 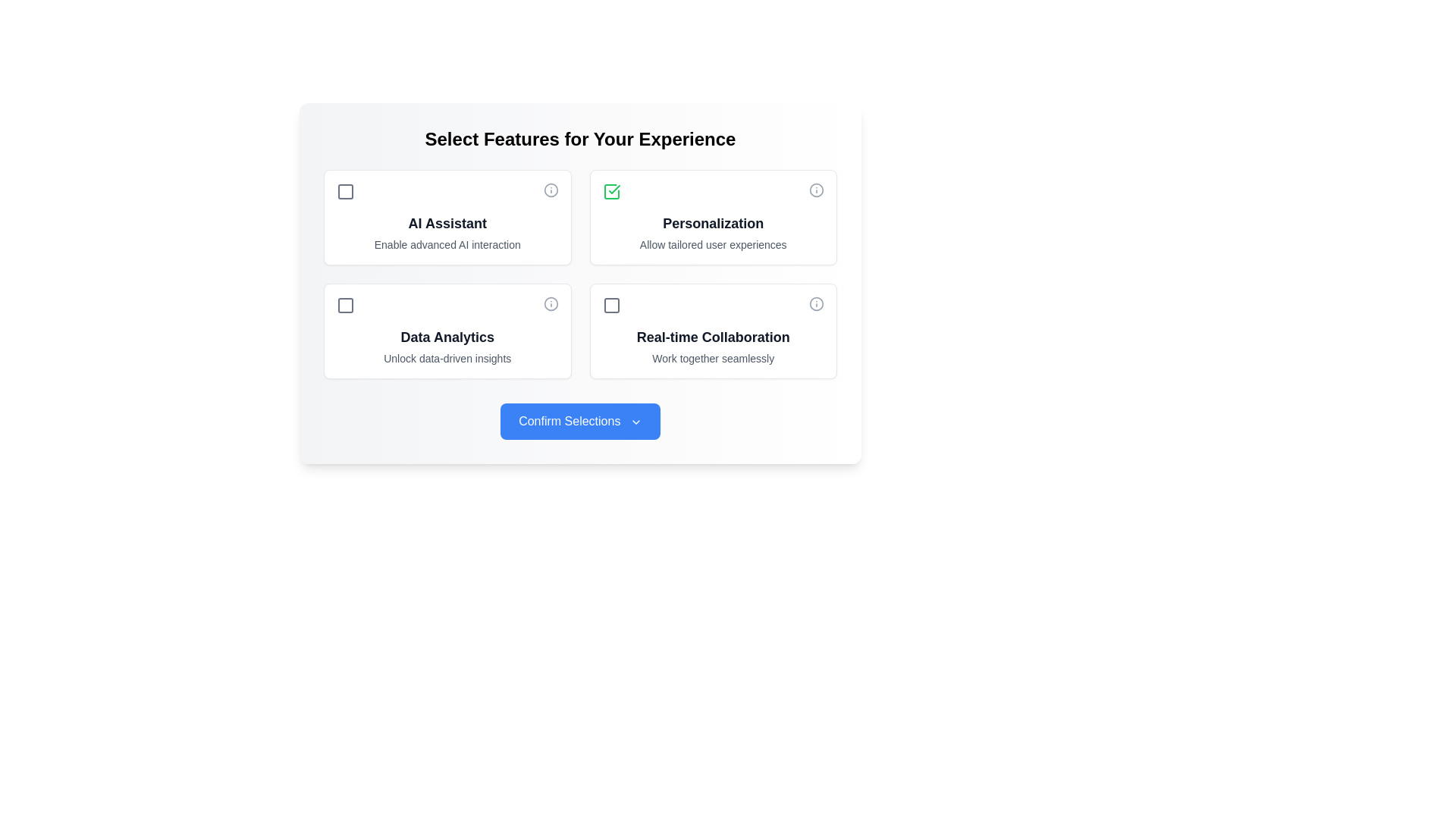 I want to click on the text label displaying 'Work together seamlessly', which is styled in a small font size and light gray color, located directly below 'Real-time Collaboration', so click(x=712, y=359).